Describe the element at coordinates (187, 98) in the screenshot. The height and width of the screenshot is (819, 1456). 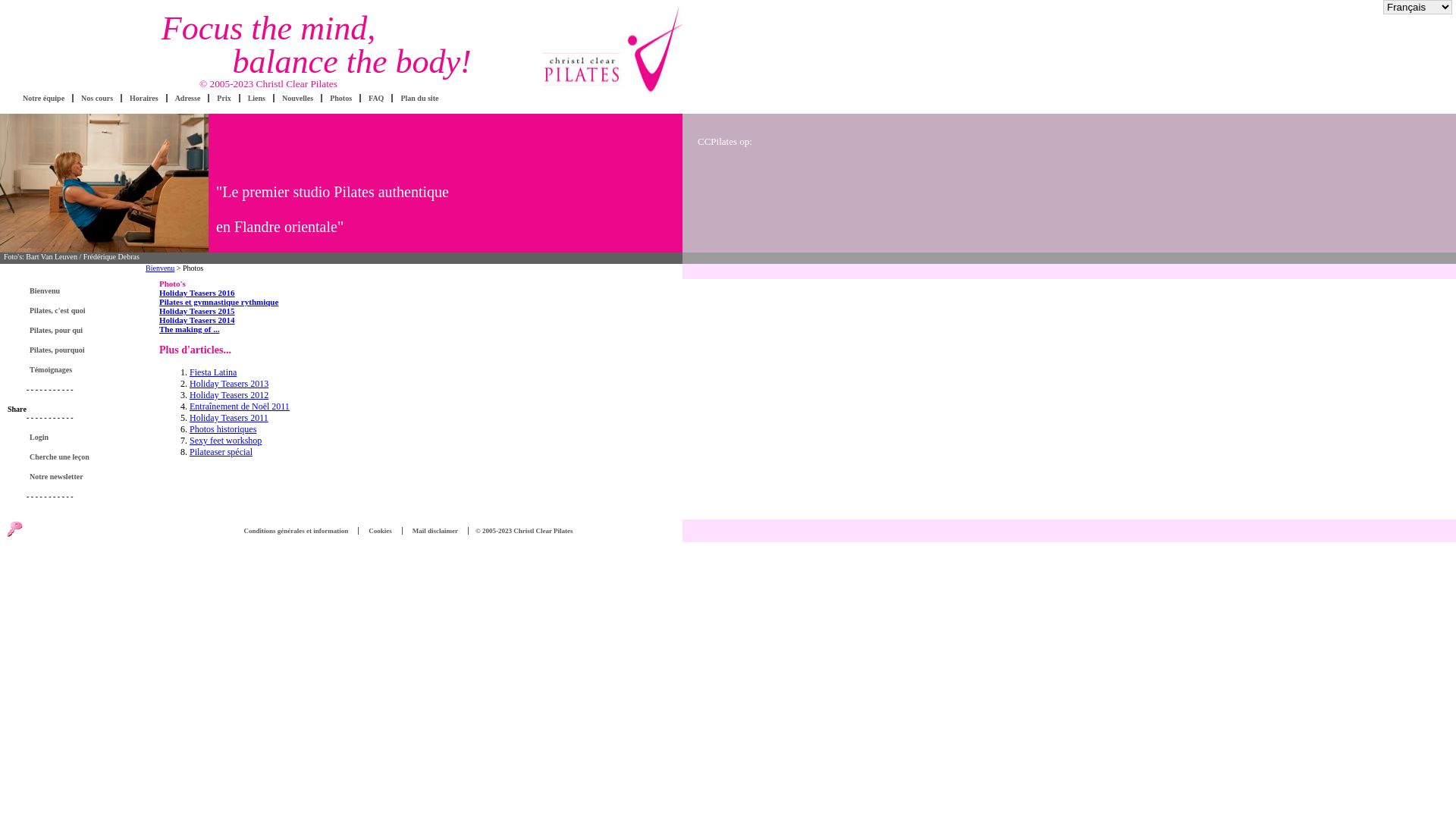
I see `'Adresse'` at that location.